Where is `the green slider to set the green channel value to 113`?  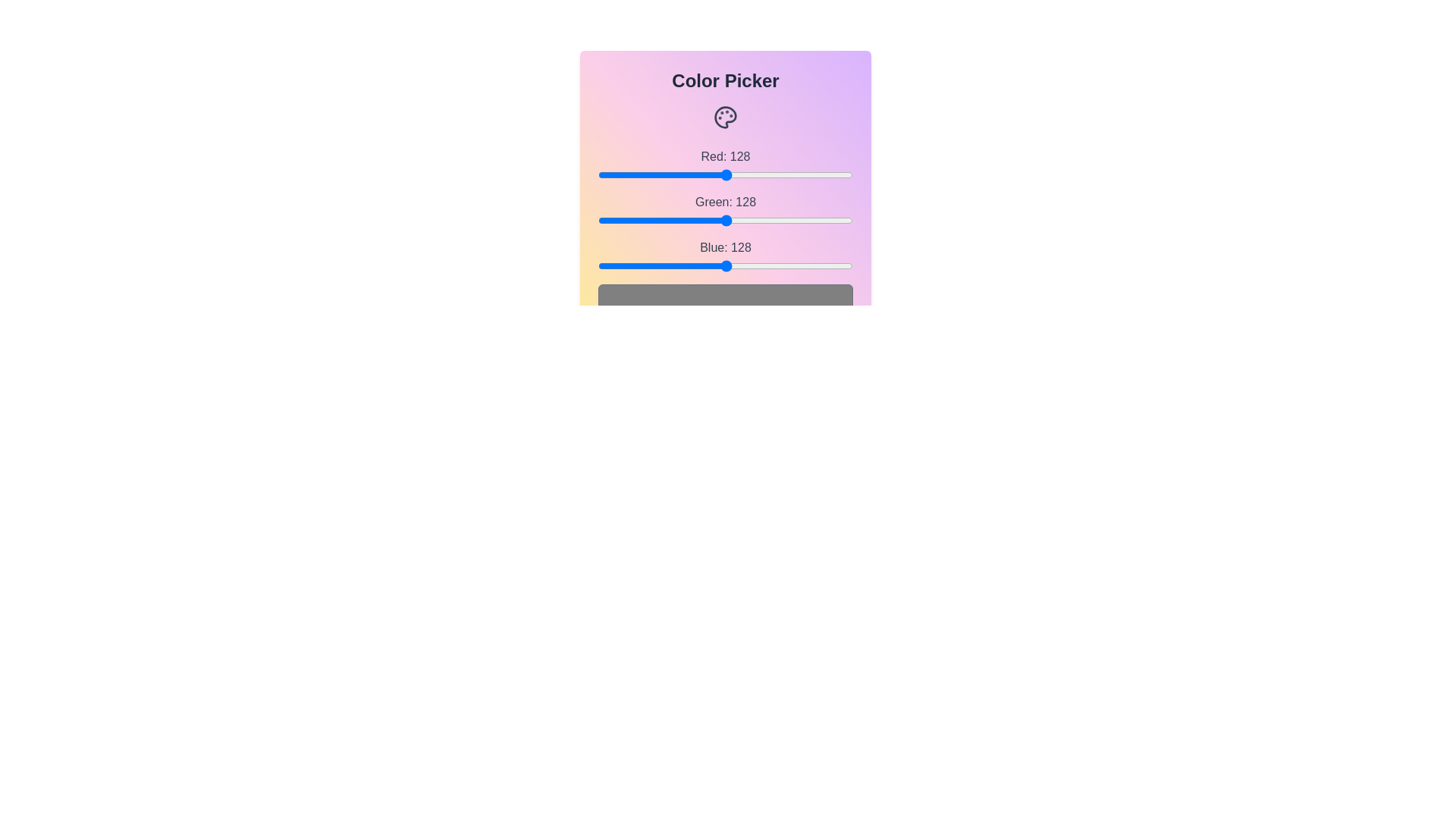 the green slider to set the green channel value to 113 is located at coordinates (710, 220).